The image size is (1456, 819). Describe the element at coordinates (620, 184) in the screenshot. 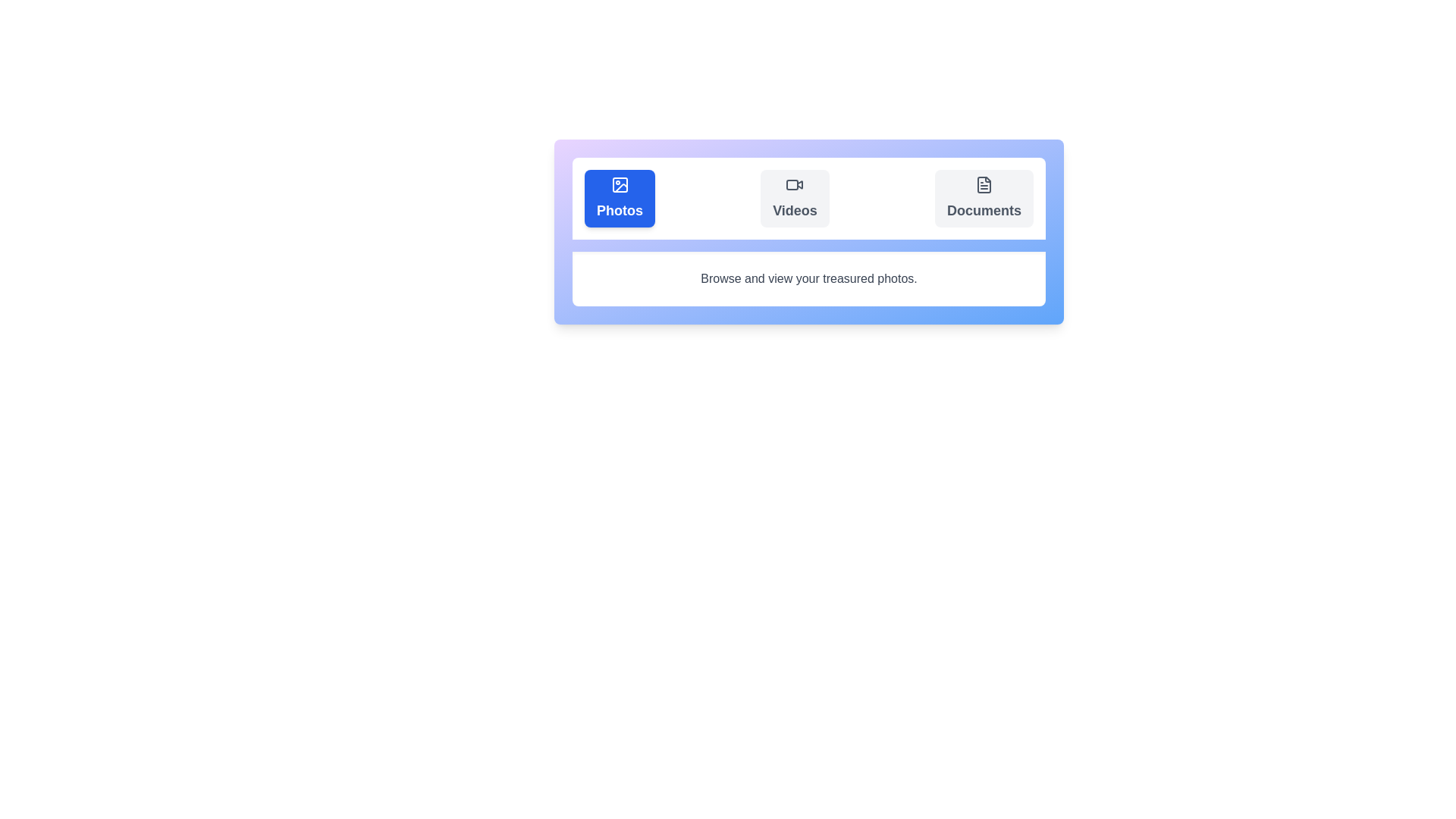

I see `the small rectangular decorative SVG component that is part of the 'Photos' button, representing an image or photo icon` at that location.